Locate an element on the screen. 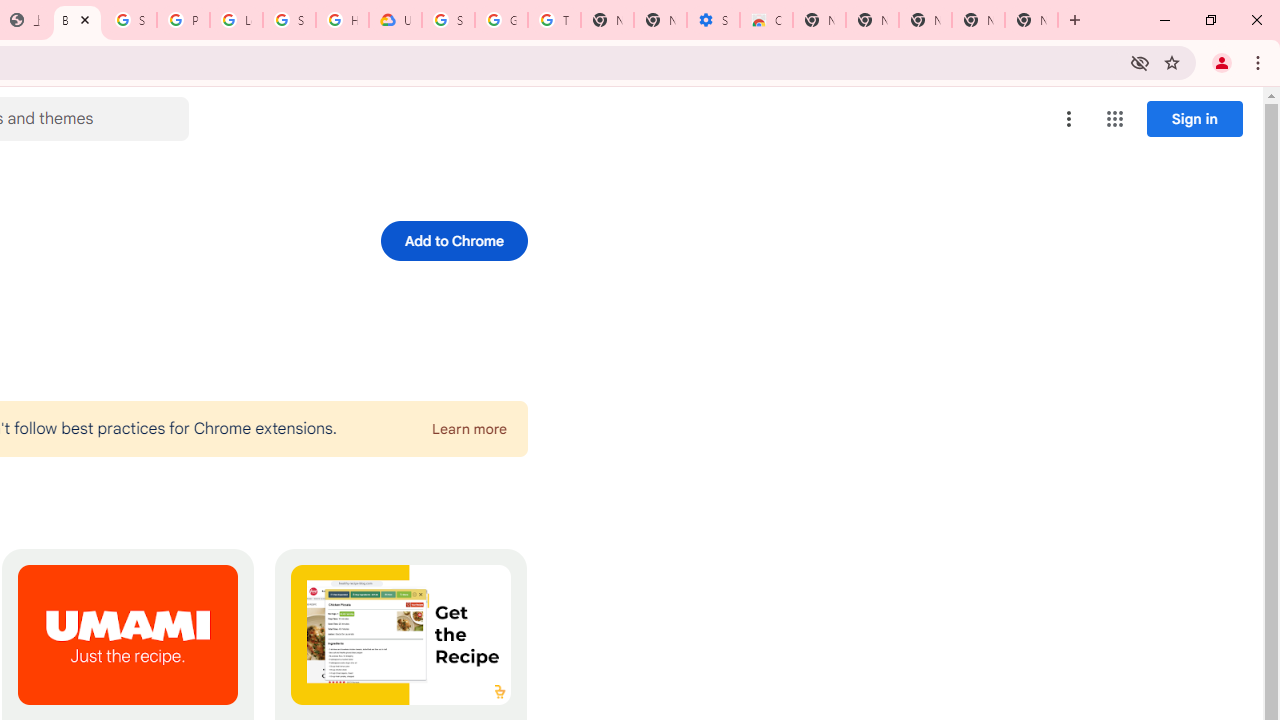  'Sign in - Google Accounts' is located at coordinates (129, 20).